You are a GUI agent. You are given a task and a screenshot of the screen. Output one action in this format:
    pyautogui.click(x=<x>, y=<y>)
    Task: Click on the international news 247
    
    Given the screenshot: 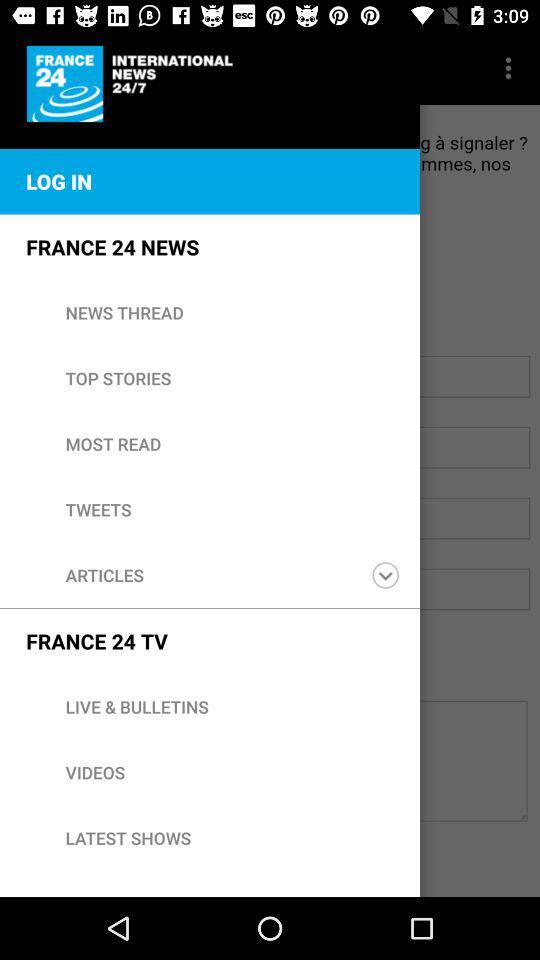 What is the action you would take?
    pyautogui.click(x=133, y=84)
    